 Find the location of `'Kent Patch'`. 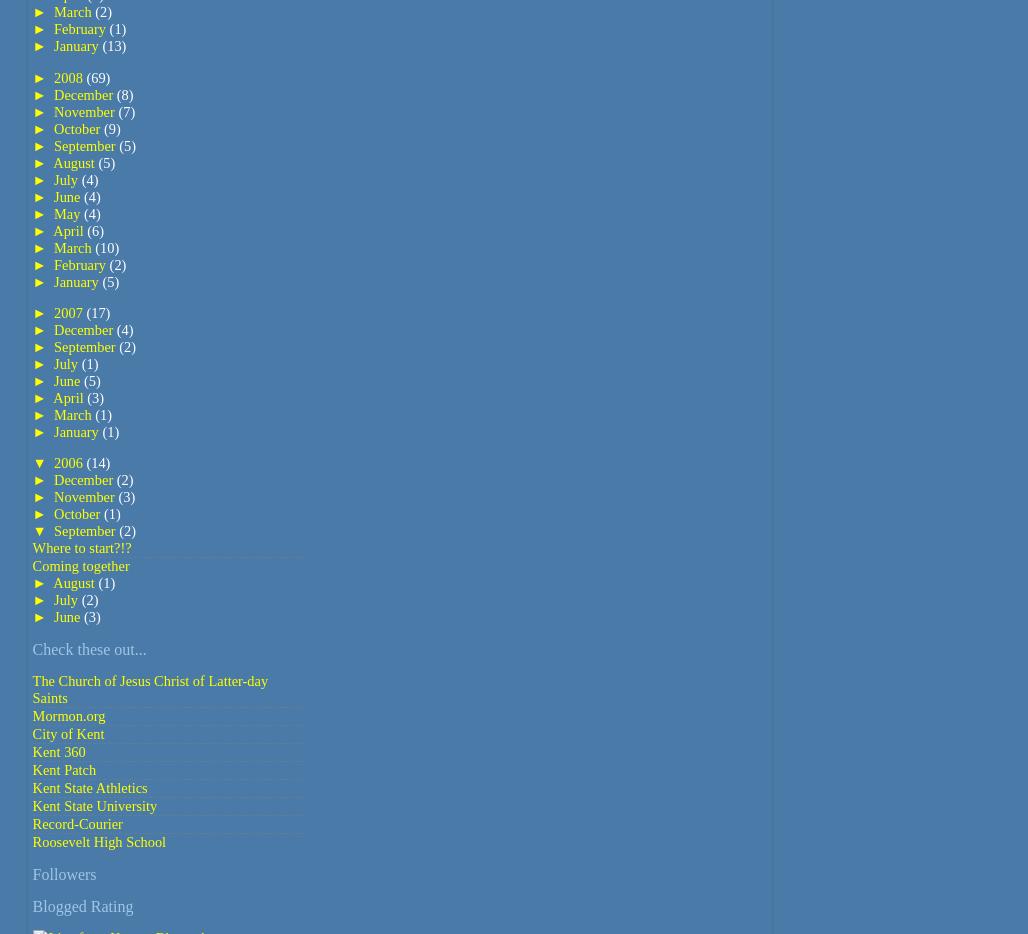

'Kent Patch' is located at coordinates (64, 768).